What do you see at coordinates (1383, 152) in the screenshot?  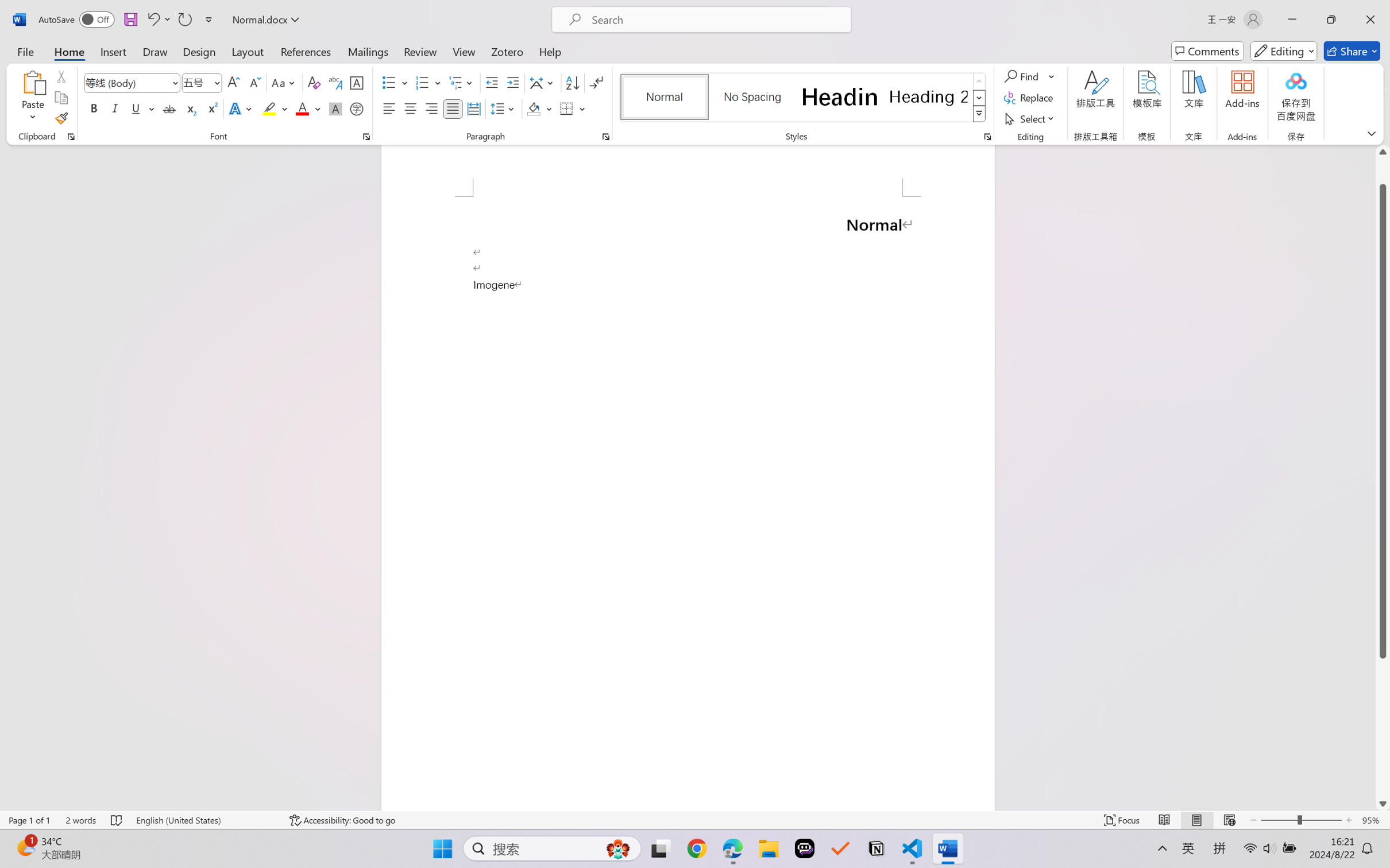 I see `'Line up'` at bounding box center [1383, 152].